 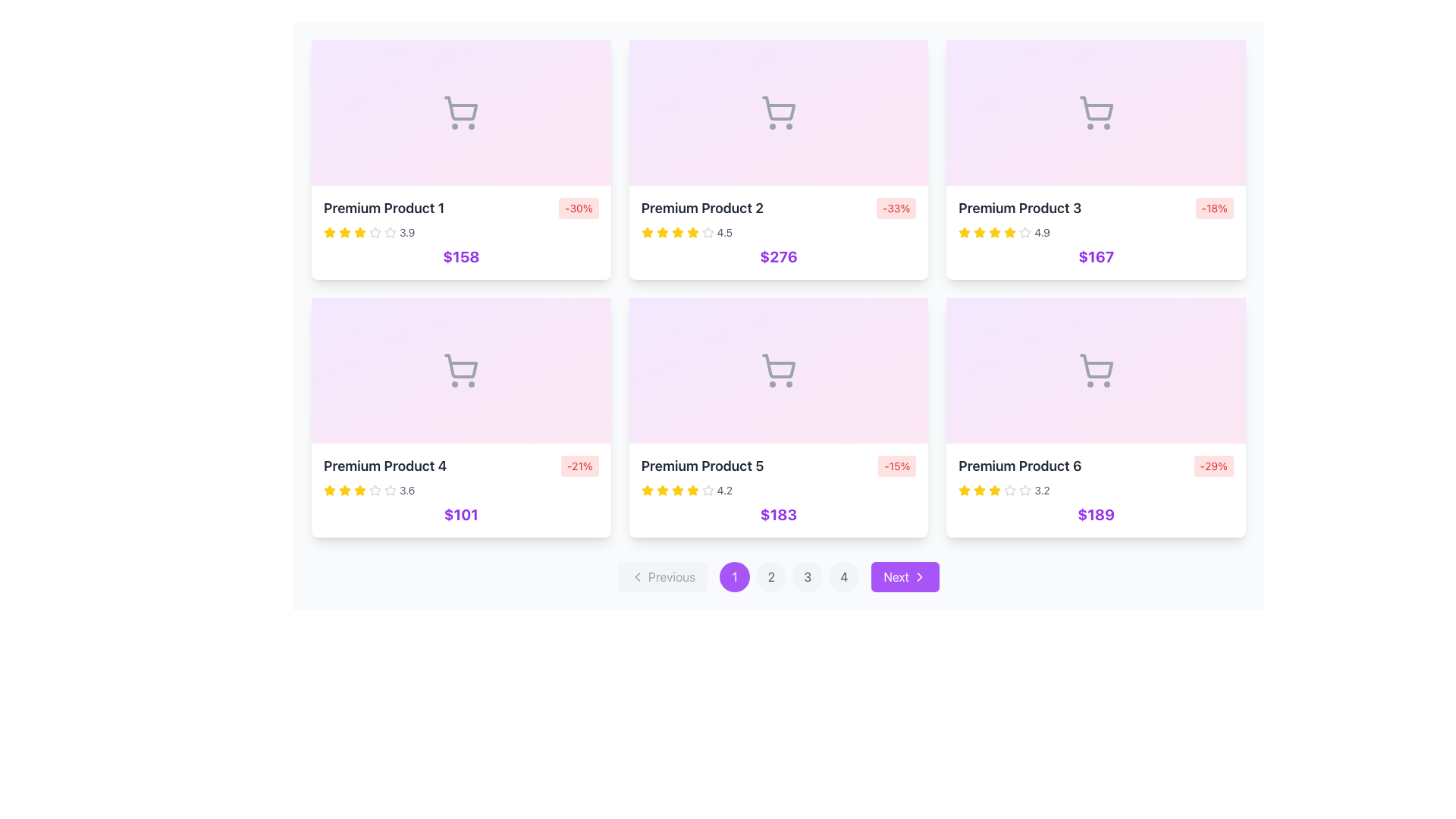 What do you see at coordinates (1041, 491) in the screenshot?
I see `the Text label displaying '3.2', which is styled in a small, gray font and is located to the right of the rating stars in the last product card of the second row` at bounding box center [1041, 491].